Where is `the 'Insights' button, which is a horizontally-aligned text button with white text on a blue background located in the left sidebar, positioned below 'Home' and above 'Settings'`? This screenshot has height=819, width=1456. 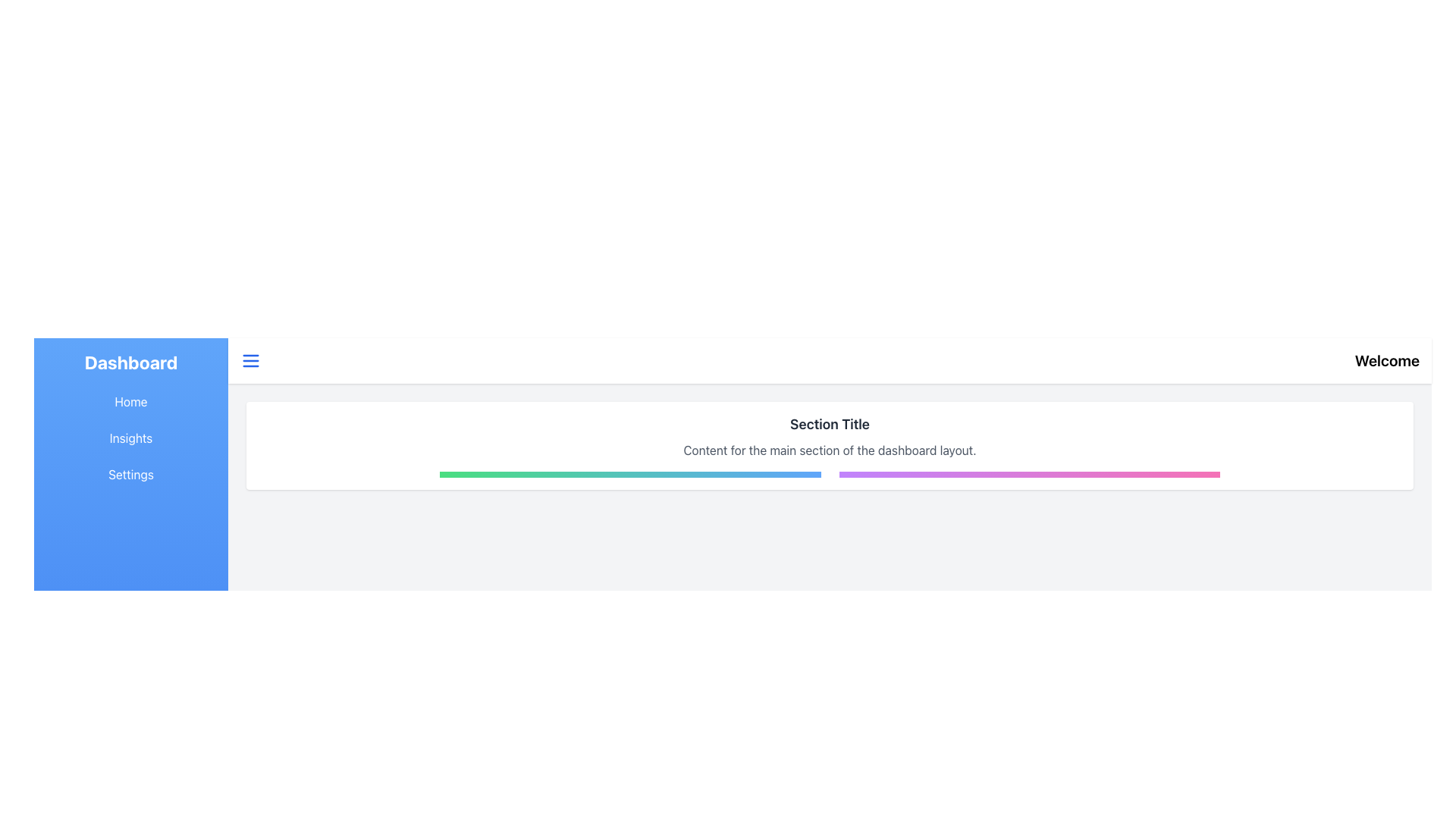 the 'Insights' button, which is a horizontally-aligned text button with white text on a blue background located in the left sidebar, positioned below 'Home' and above 'Settings' is located at coordinates (130, 438).